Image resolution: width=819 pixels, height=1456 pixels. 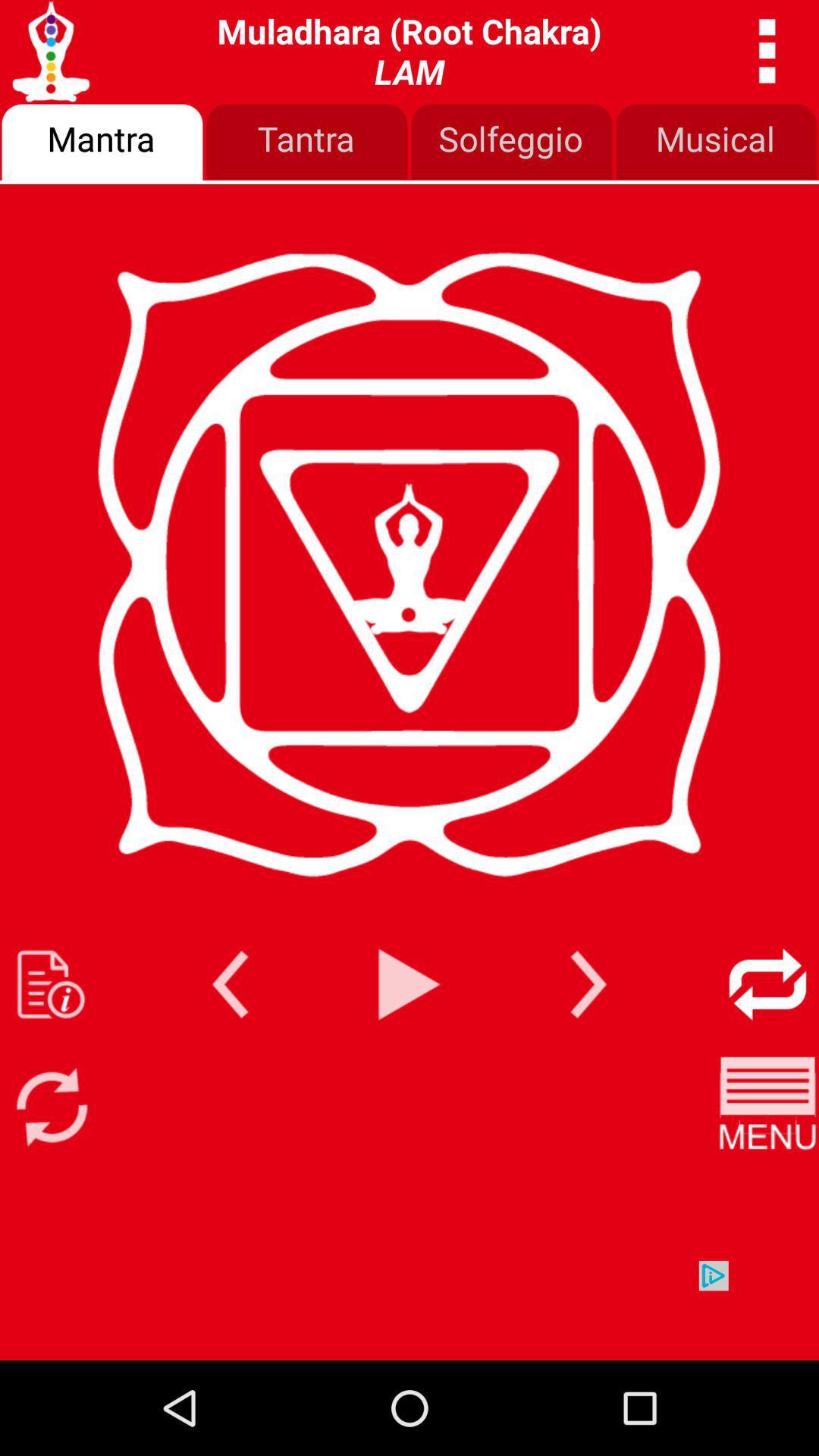 I want to click on the description icon, so click(x=50, y=1053).